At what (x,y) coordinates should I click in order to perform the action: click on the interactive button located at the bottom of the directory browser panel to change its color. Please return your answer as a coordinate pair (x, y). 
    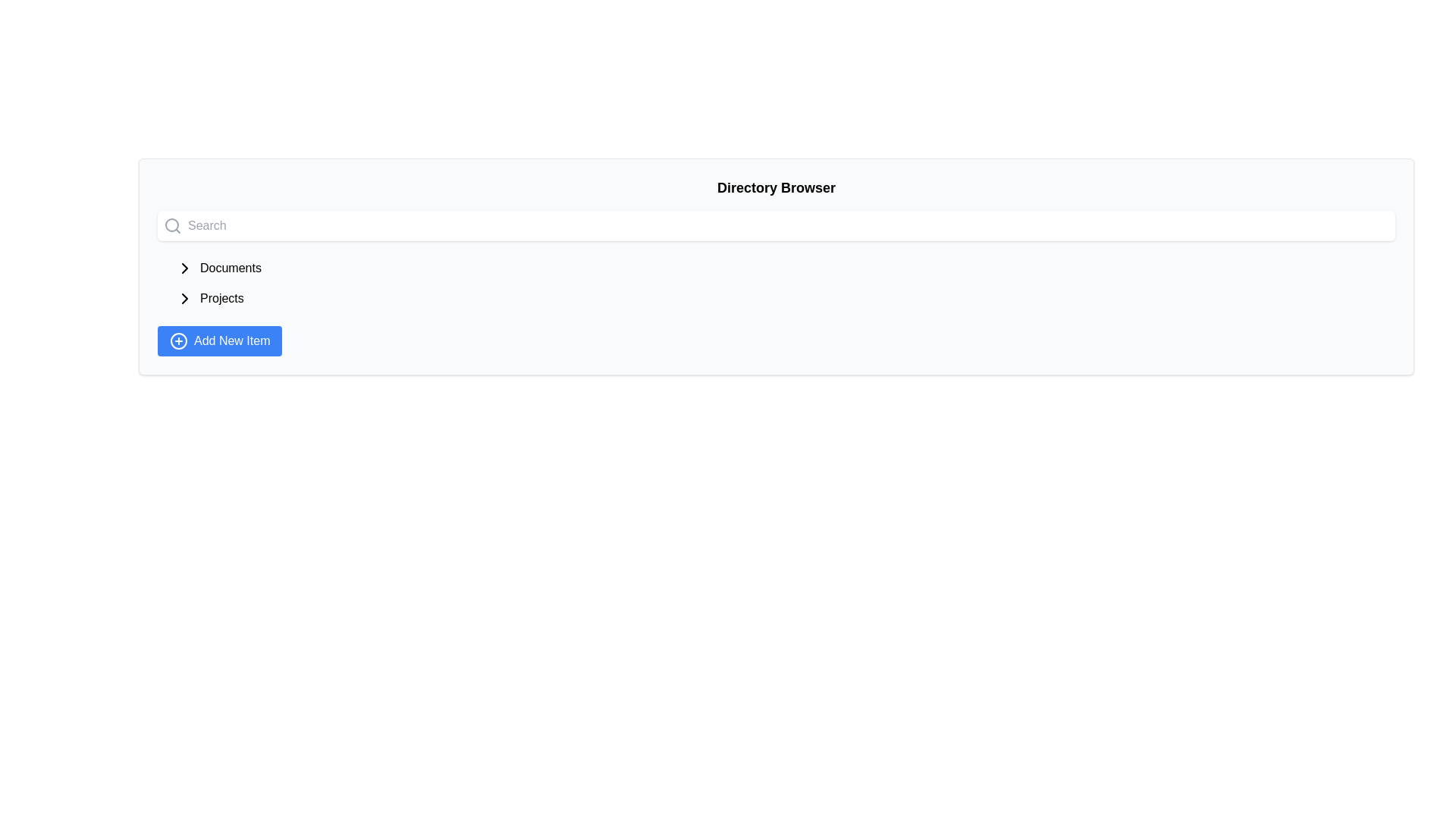
    Looking at the image, I should click on (219, 341).